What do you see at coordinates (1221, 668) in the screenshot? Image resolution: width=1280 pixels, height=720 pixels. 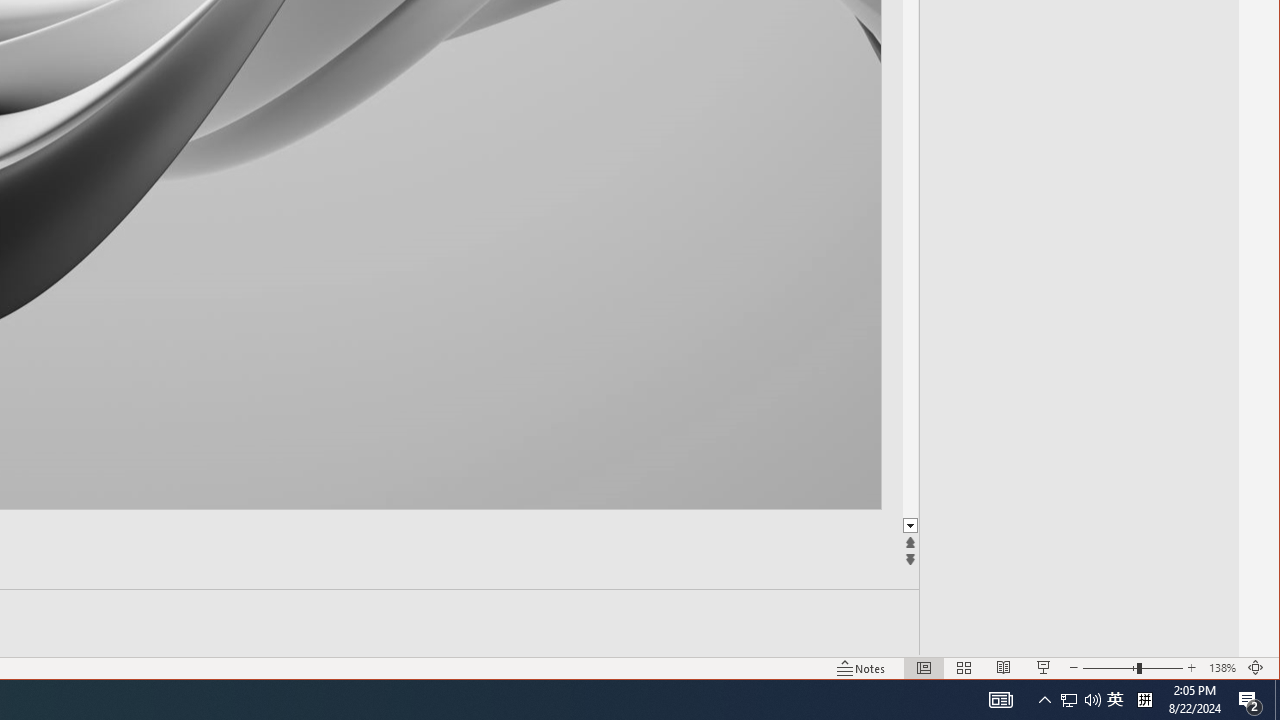 I see `'Zoom 138%'` at bounding box center [1221, 668].